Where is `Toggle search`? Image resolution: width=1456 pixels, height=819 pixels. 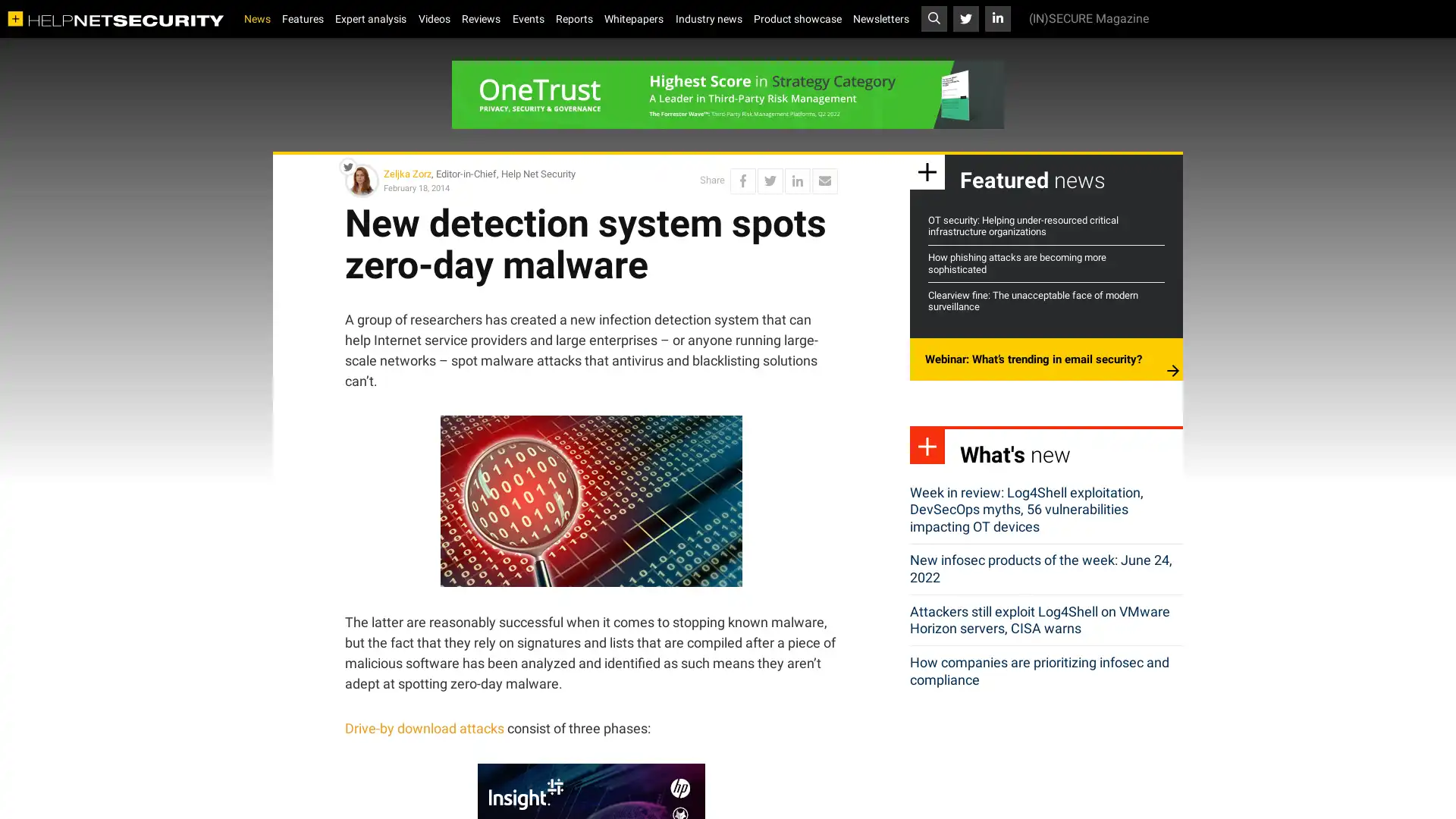
Toggle search is located at coordinates (934, 18).